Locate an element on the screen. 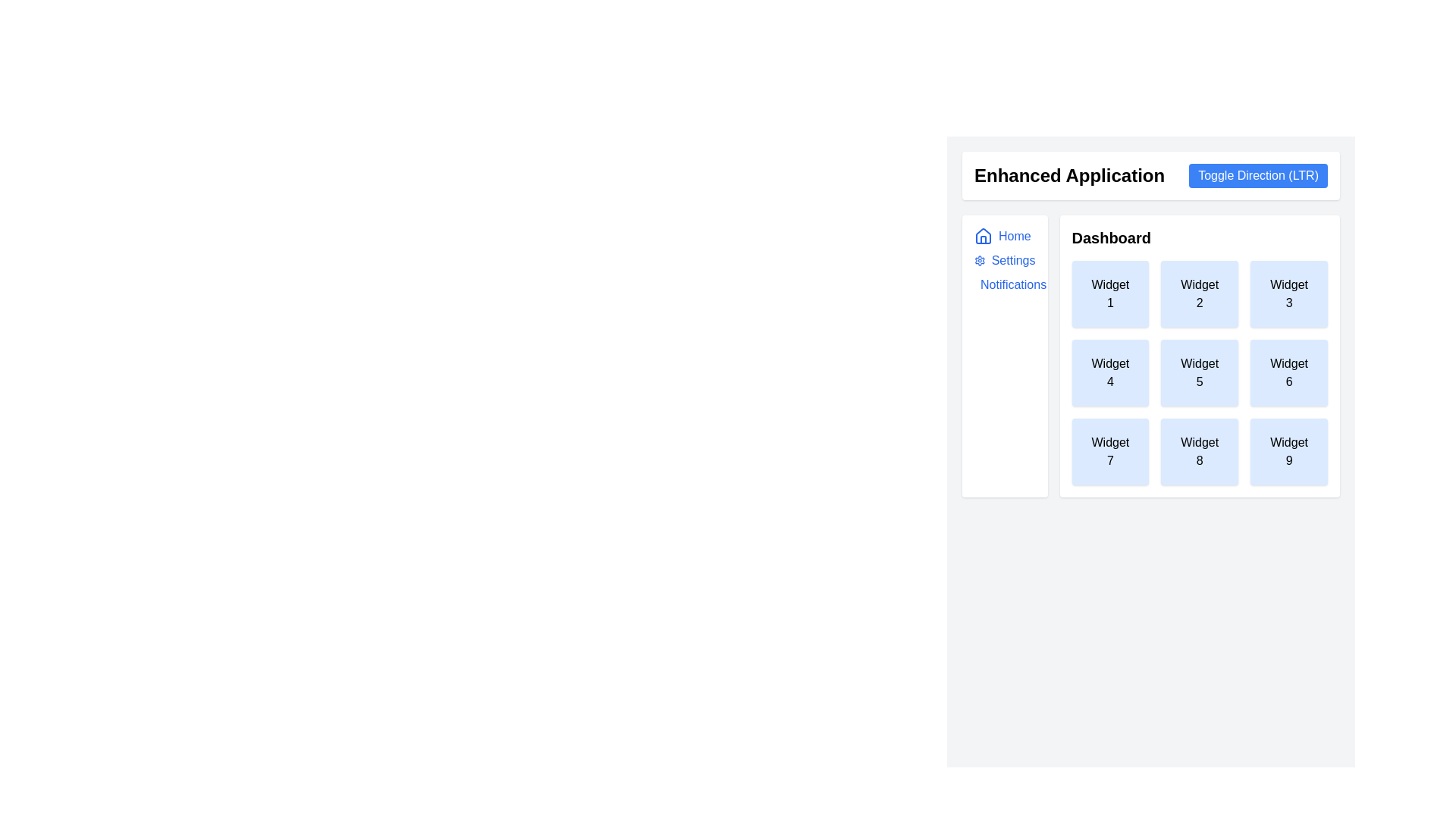 This screenshot has width=1456, height=819. the button labeled 'Widget 7' which has a light blue background and rounded corners is located at coordinates (1110, 451).